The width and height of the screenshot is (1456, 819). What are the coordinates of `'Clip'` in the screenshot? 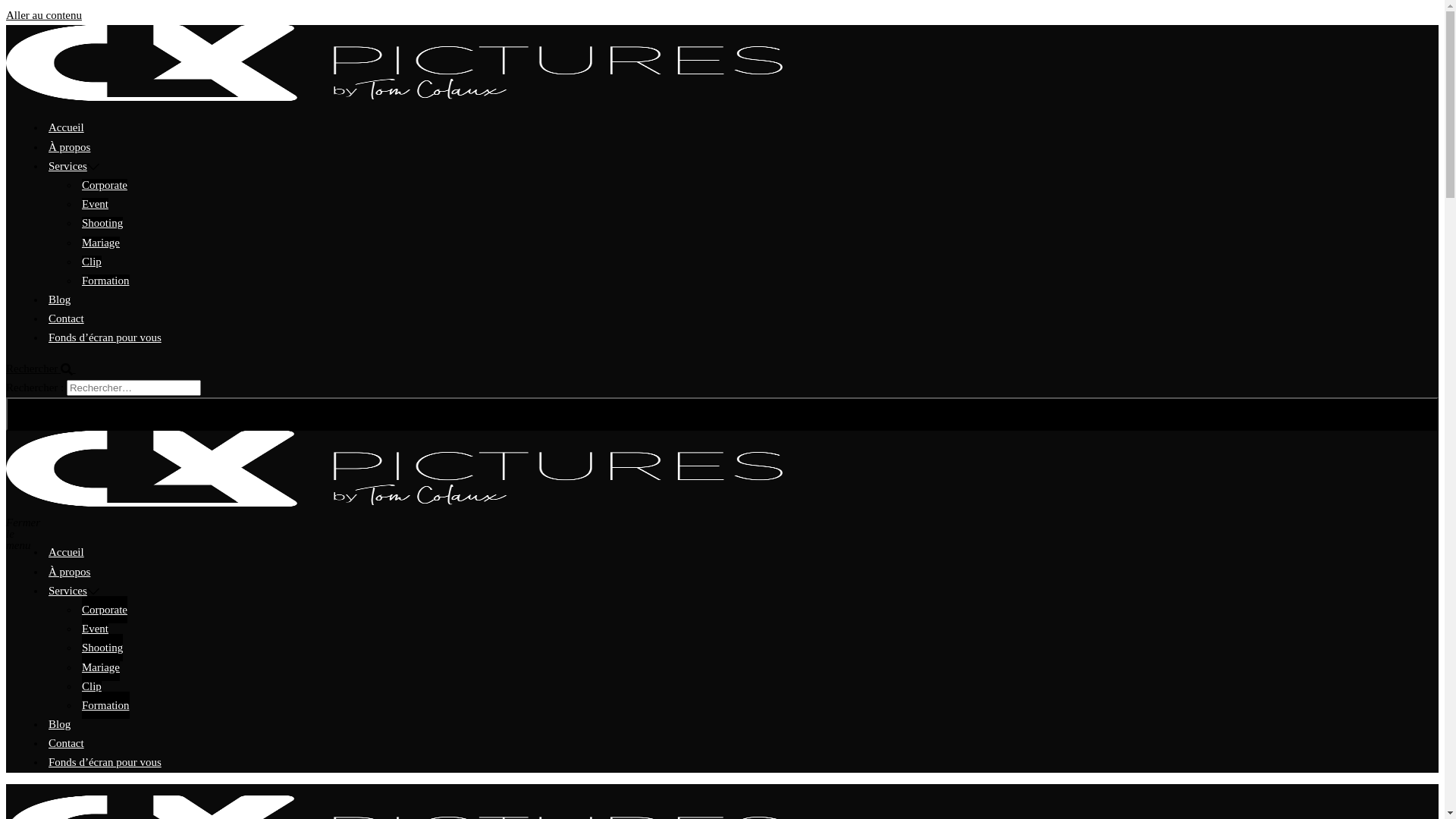 It's located at (90, 260).